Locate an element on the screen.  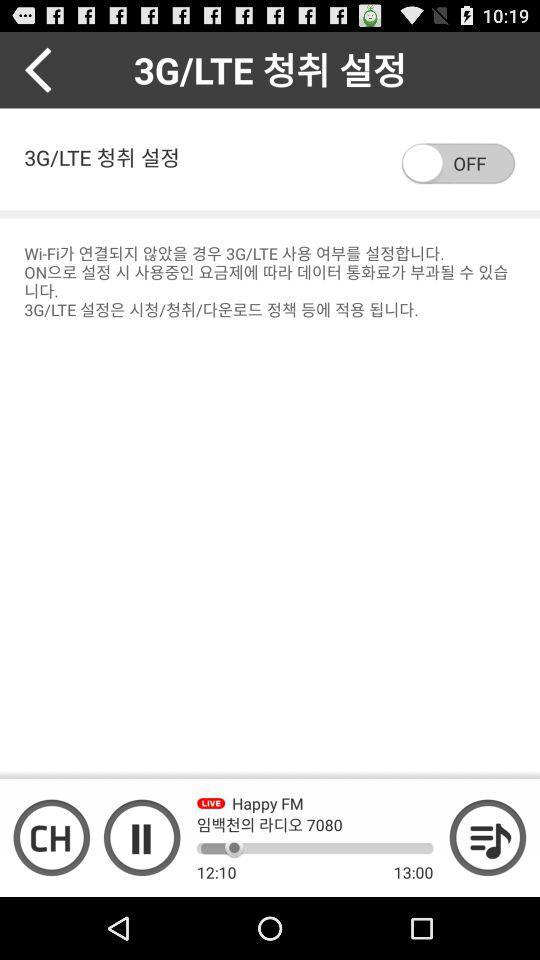
the arrow_backward icon is located at coordinates (38, 74).